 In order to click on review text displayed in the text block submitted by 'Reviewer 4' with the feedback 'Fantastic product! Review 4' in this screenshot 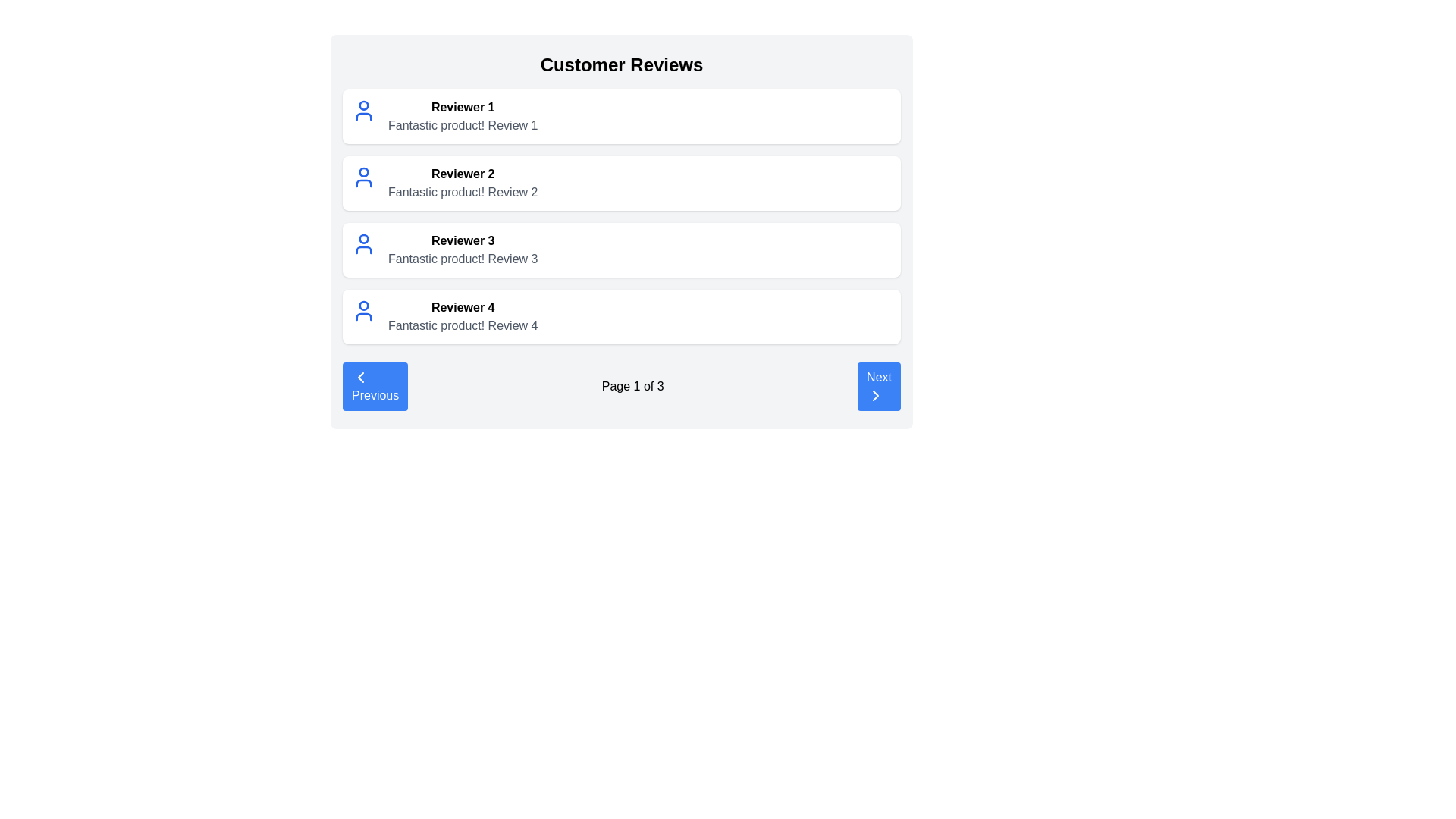, I will do `click(462, 315)`.